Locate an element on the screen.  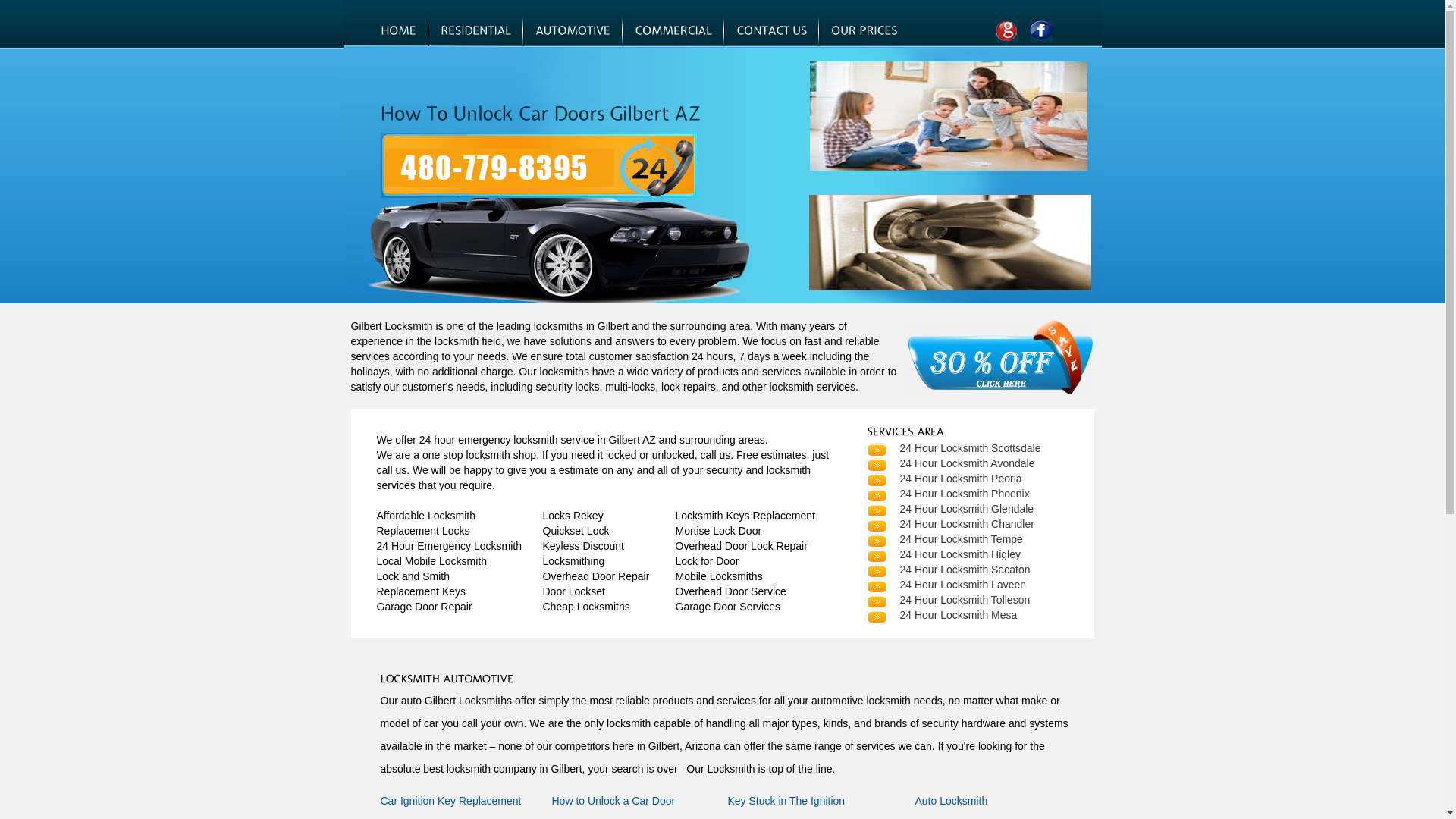
'Keyless Discount' is located at coordinates (582, 546).